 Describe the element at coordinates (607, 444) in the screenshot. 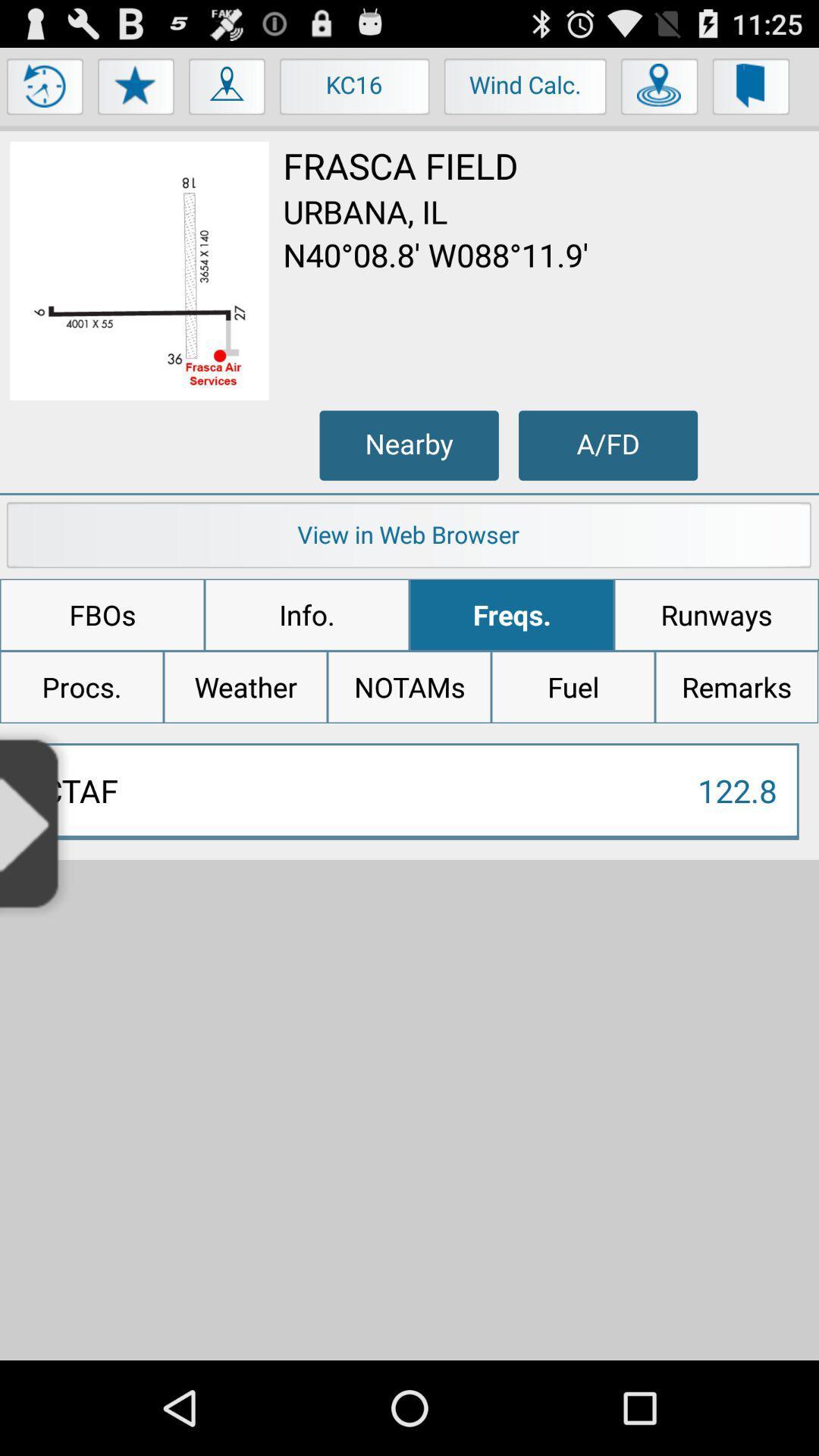

I see `the app below n40 08 8 icon` at that location.